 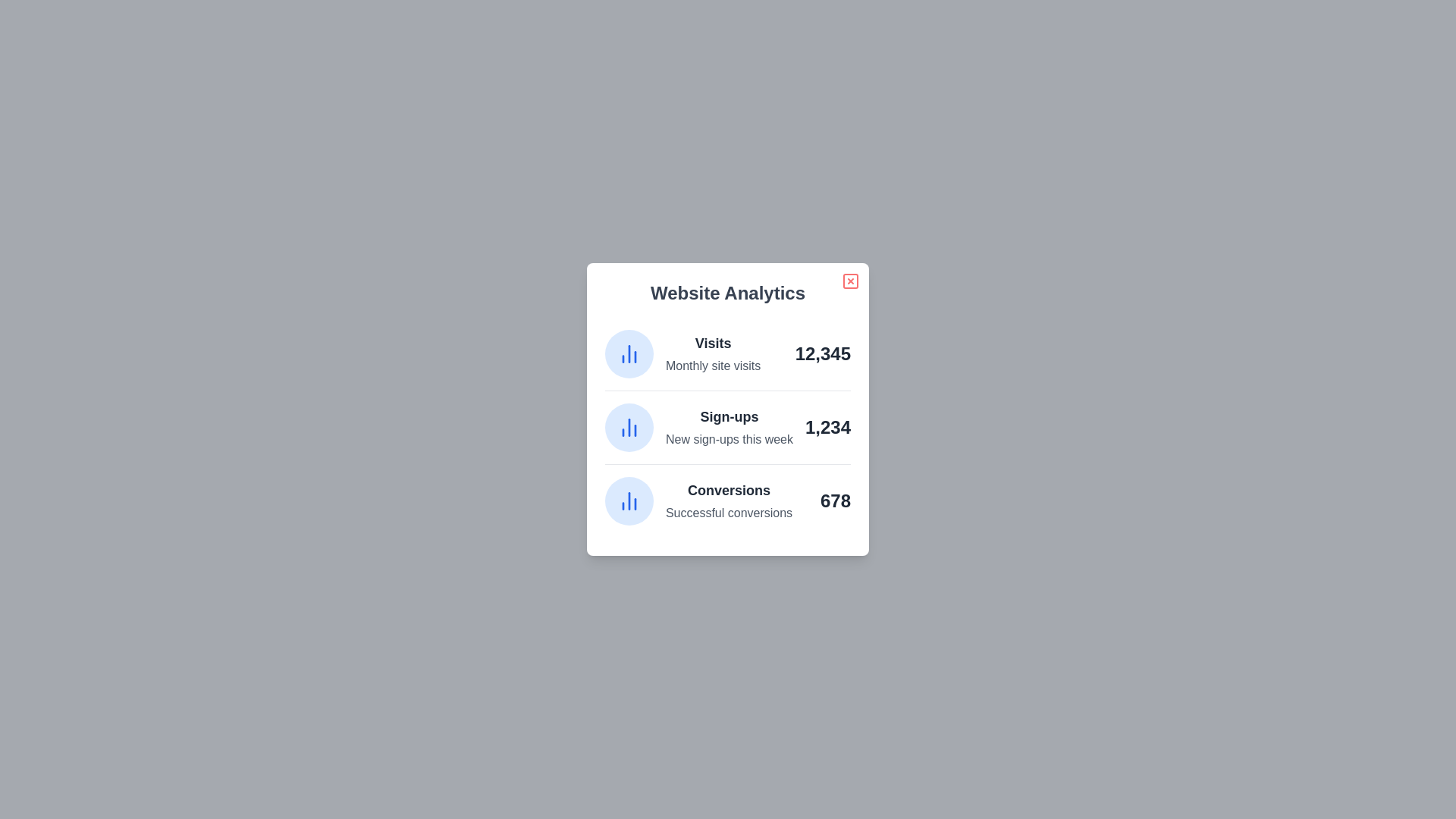 I want to click on close button in the top-right corner of the dialog, so click(x=851, y=281).